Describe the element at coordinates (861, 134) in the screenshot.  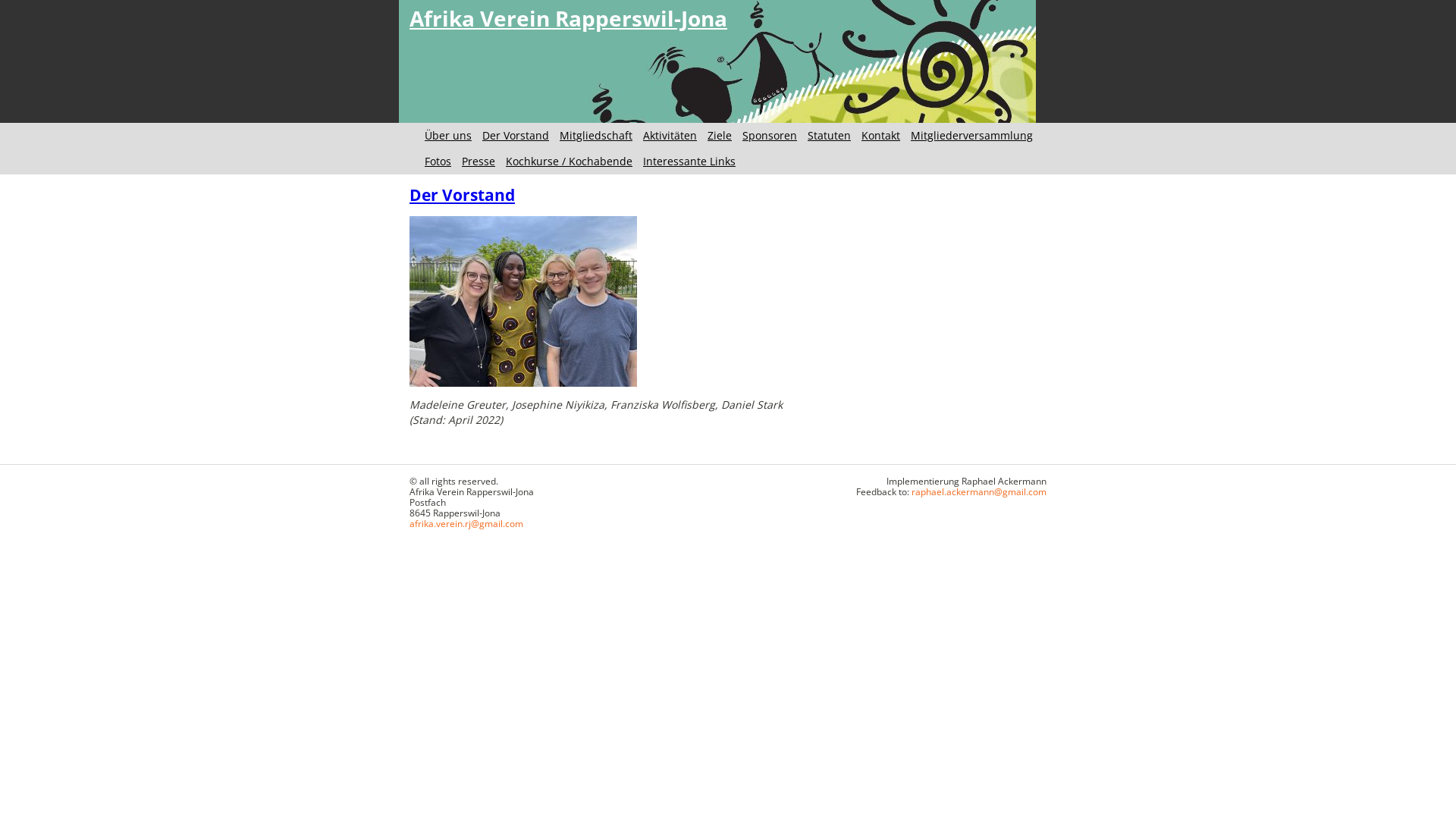
I see `'Kontakt'` at that location.